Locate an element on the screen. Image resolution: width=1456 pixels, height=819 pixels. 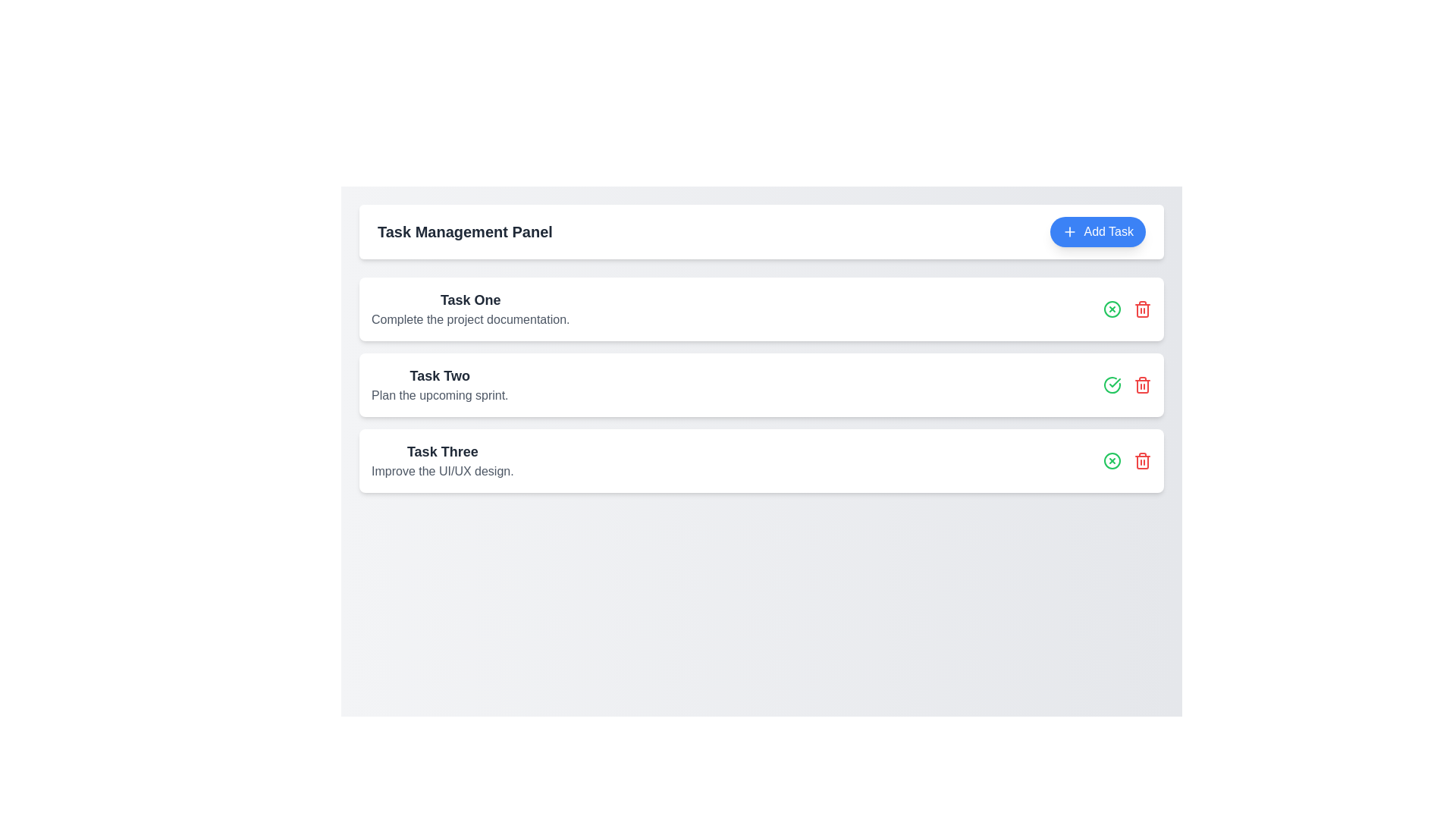
the 'Add Task' button located at the top-right of the header section, adjacent to the 'Task Management Panel' text, to observe visual feedback is located at coordinates (1098, 231).